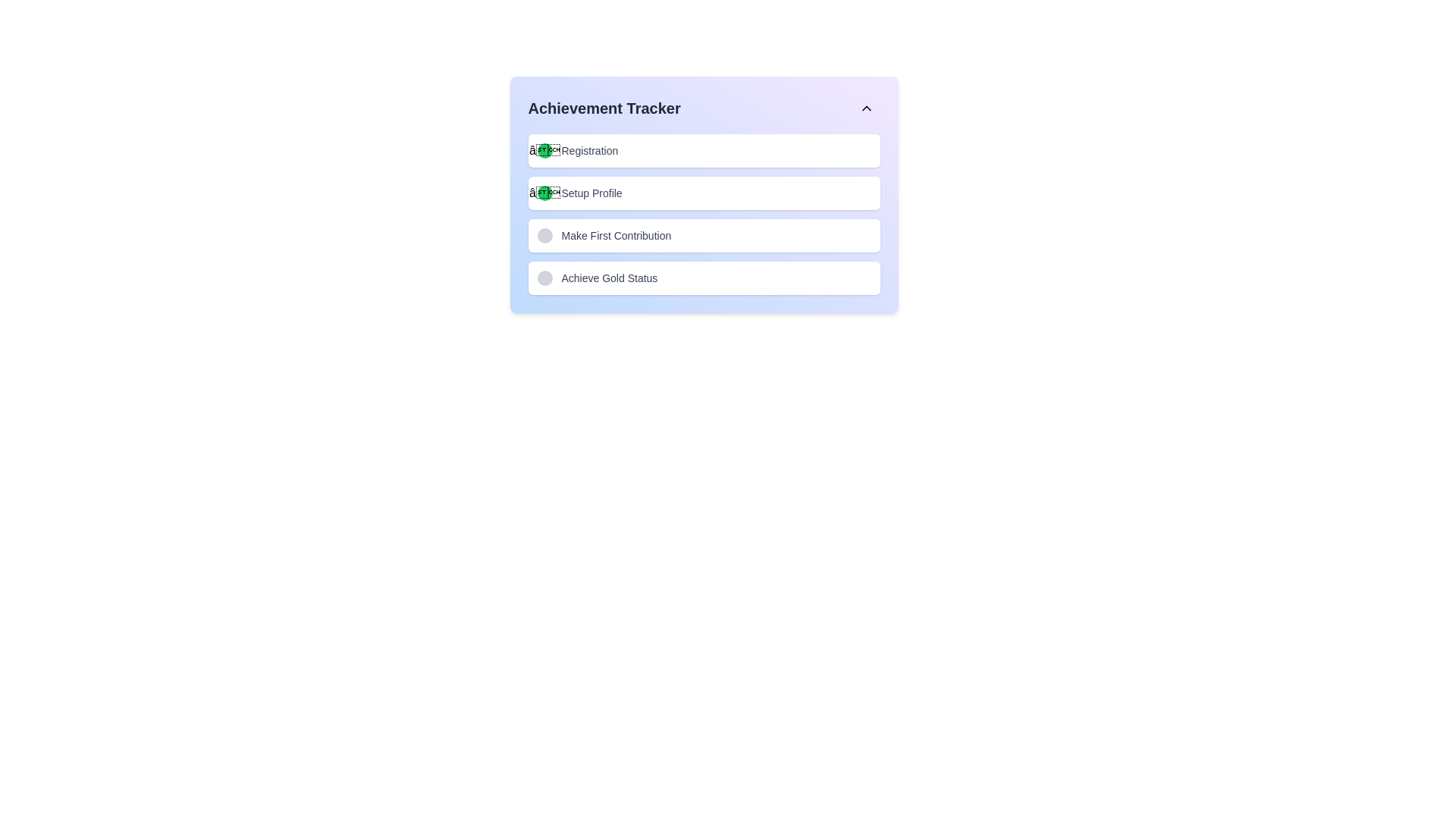 This screenshot has width=1456, height=819. What do you see at coordinates (866, 107) in the screenshot?
I see `the interactive button located to the far right of the 'Achievement Tracker' section` at bounding box center [866, 107].